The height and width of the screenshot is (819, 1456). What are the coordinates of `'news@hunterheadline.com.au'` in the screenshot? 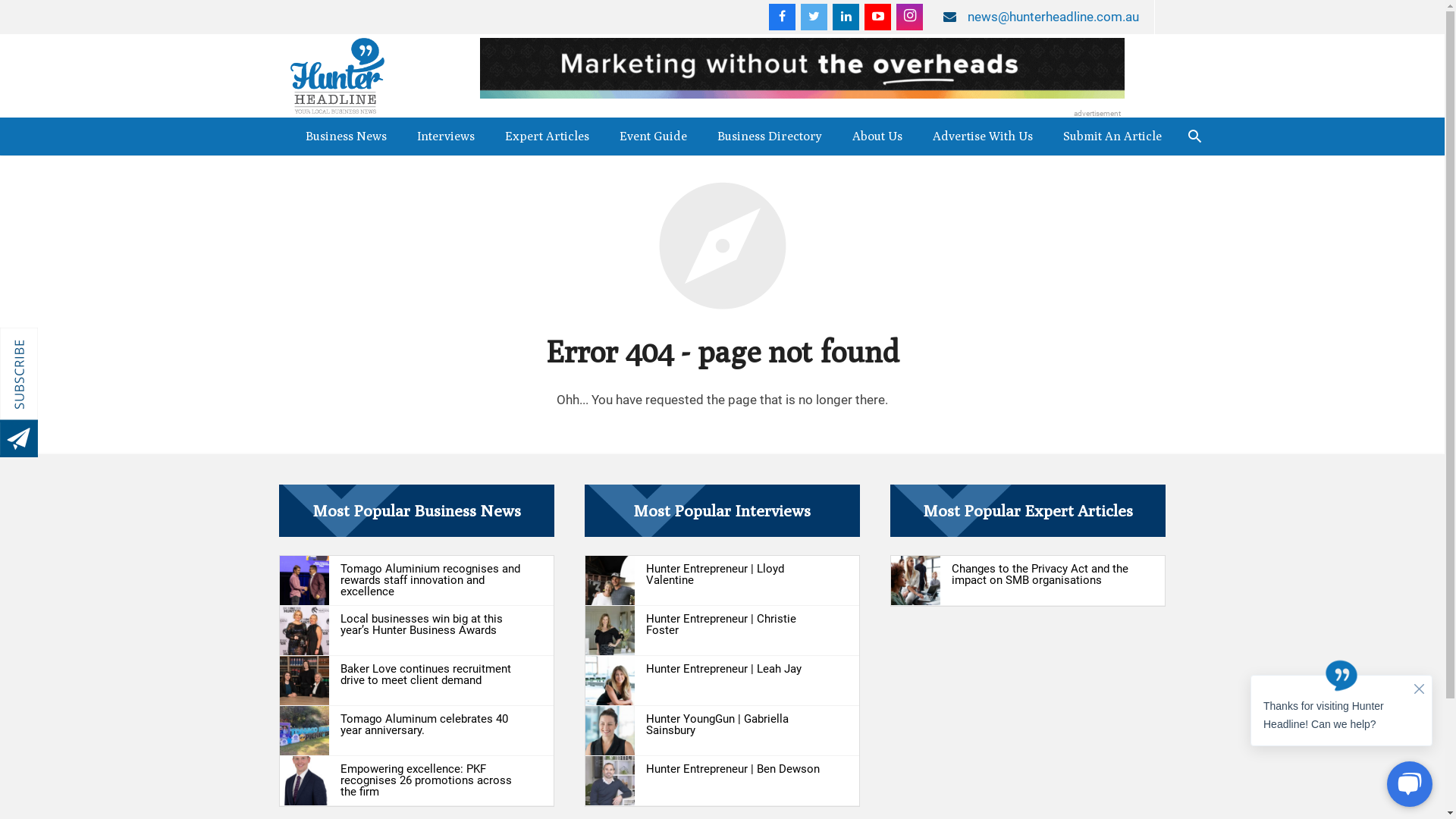 It's located at (1052, 17).